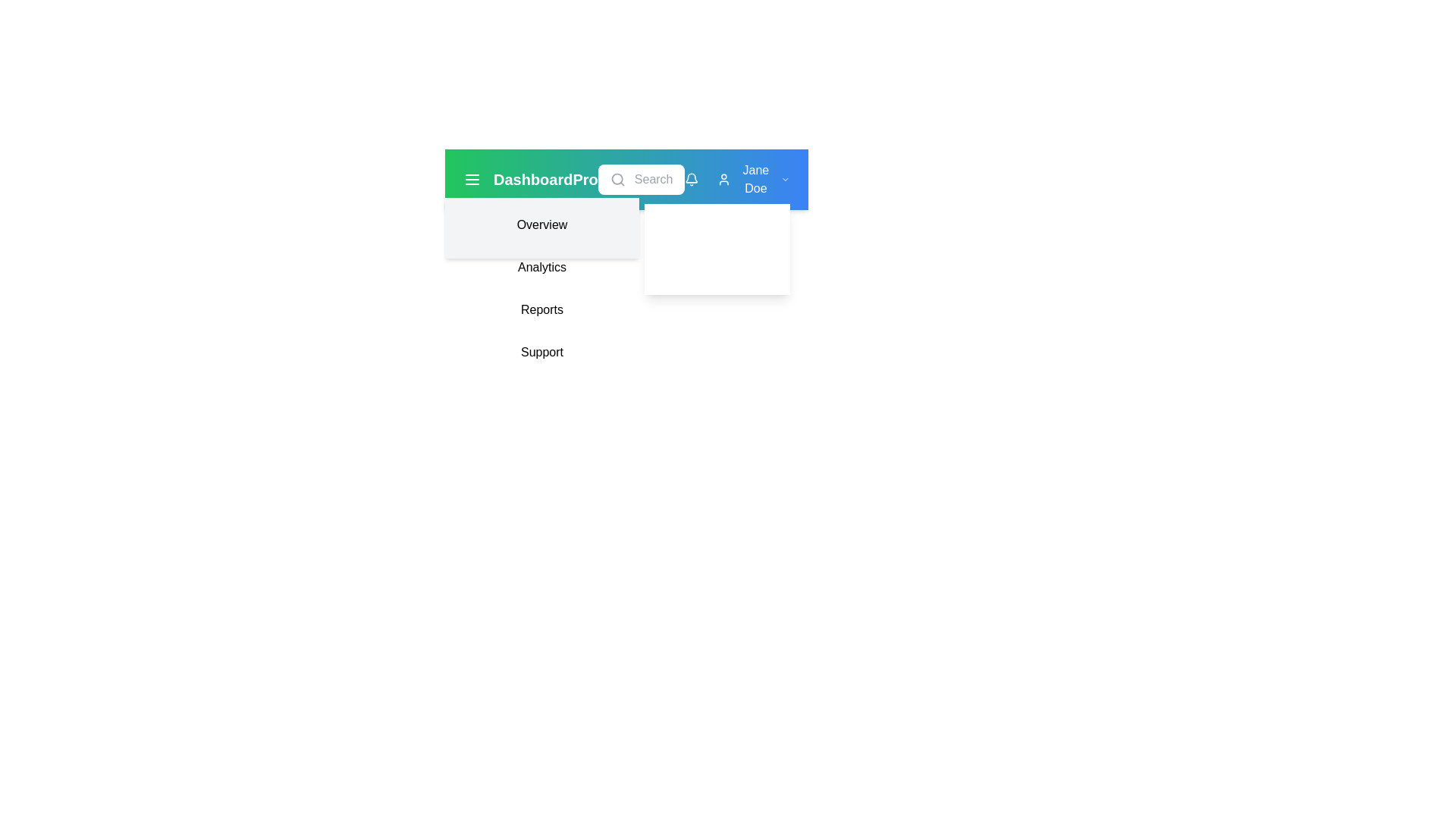  I want to click on the notification icon (bell shape), so click(691, 178).